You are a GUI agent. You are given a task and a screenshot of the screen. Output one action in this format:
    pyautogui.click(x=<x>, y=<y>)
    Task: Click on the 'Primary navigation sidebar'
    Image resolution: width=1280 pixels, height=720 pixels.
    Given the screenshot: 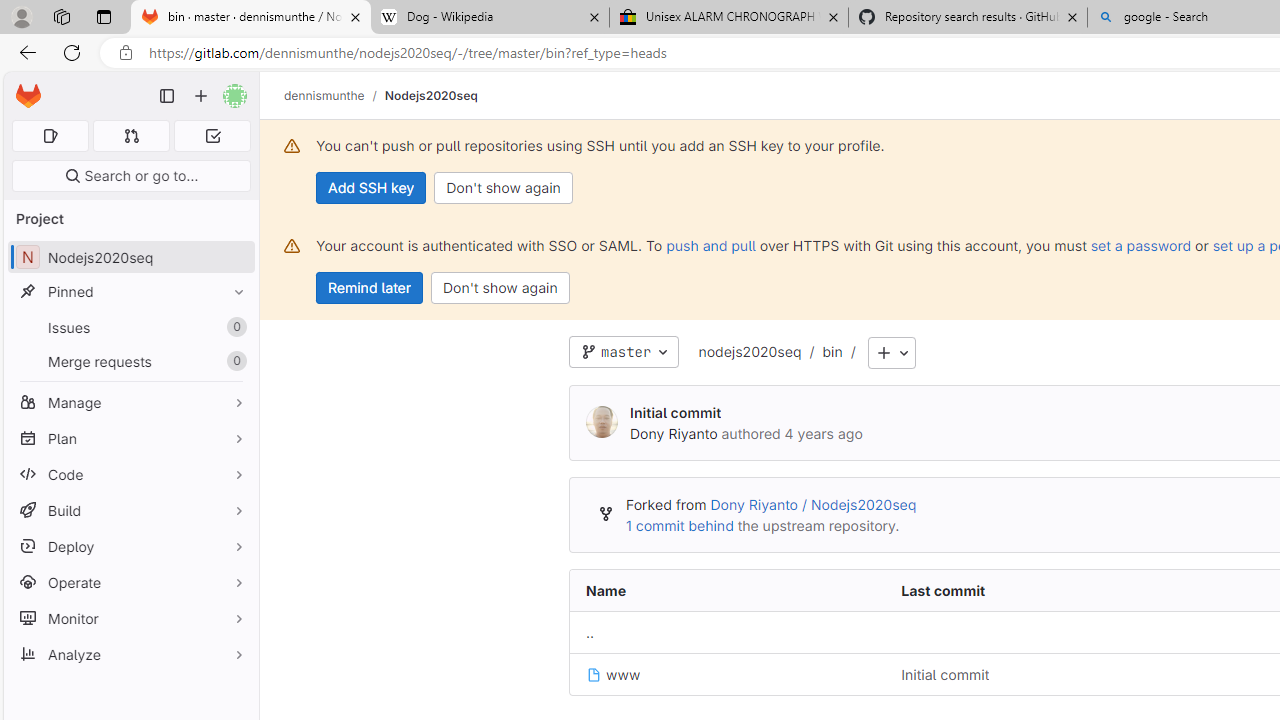 What is the action you would take?
    pyautogui.click(x=167, y=96)
    